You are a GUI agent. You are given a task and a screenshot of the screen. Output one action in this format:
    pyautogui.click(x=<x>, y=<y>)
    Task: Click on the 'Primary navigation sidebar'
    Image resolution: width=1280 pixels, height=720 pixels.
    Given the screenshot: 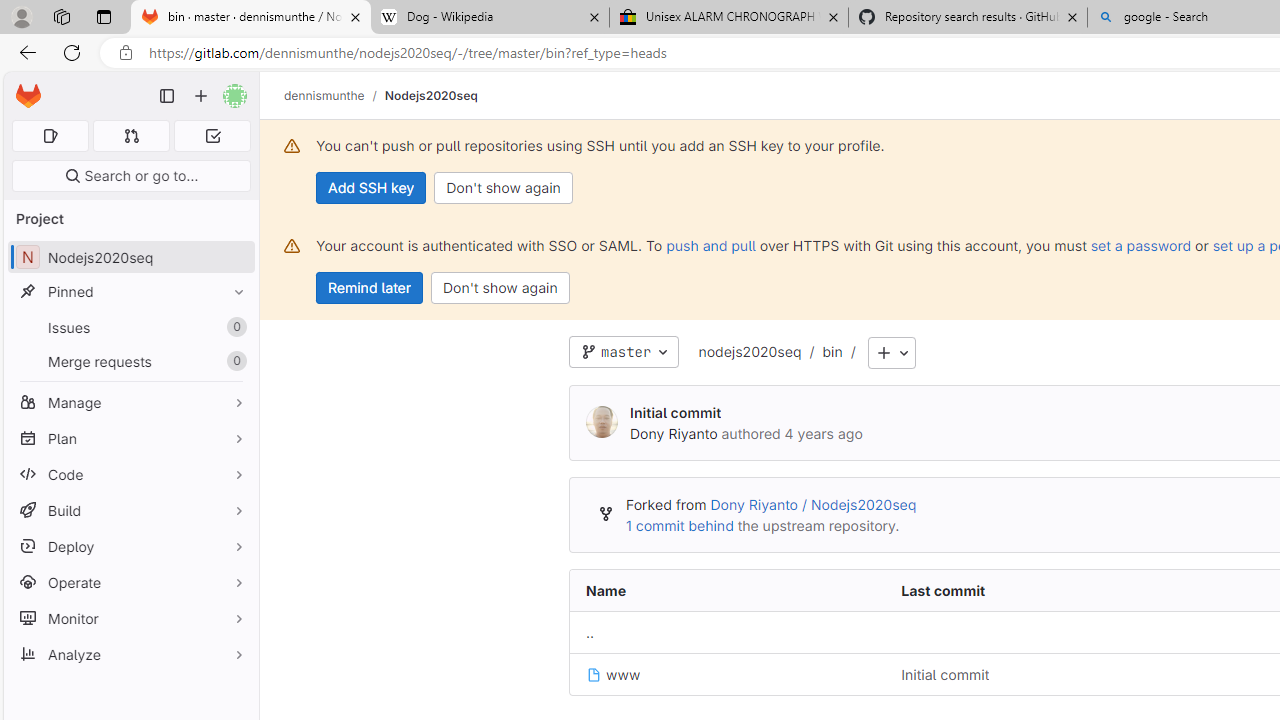 What is the action you would take?
    pyautogui.click(x=167, y=96)
    